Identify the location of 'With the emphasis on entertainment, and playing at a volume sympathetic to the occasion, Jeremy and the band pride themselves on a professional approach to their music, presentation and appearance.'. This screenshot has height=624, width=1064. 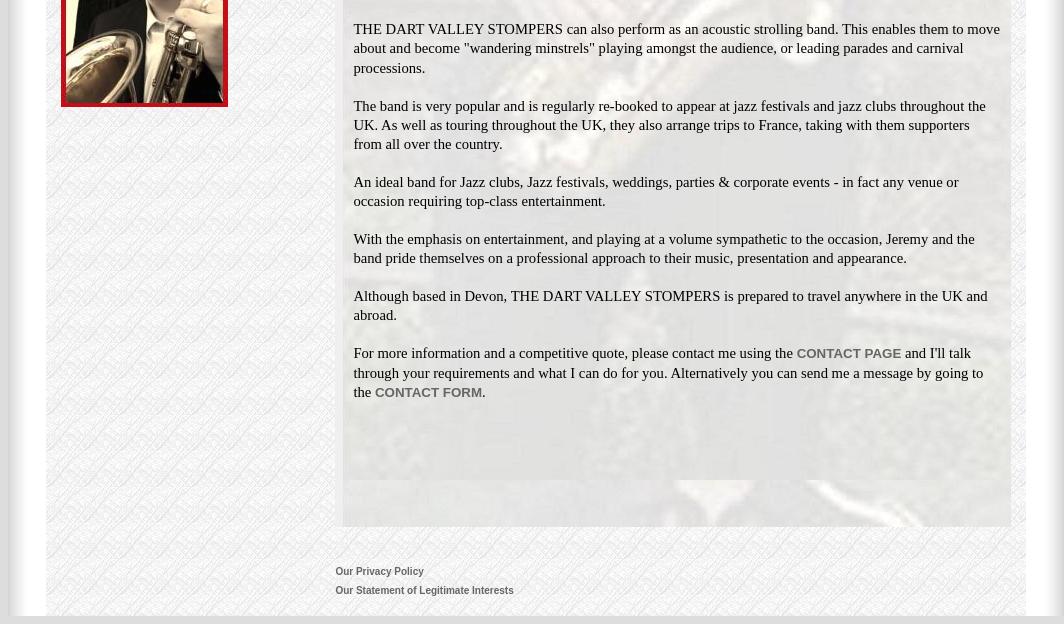
(663, 247).